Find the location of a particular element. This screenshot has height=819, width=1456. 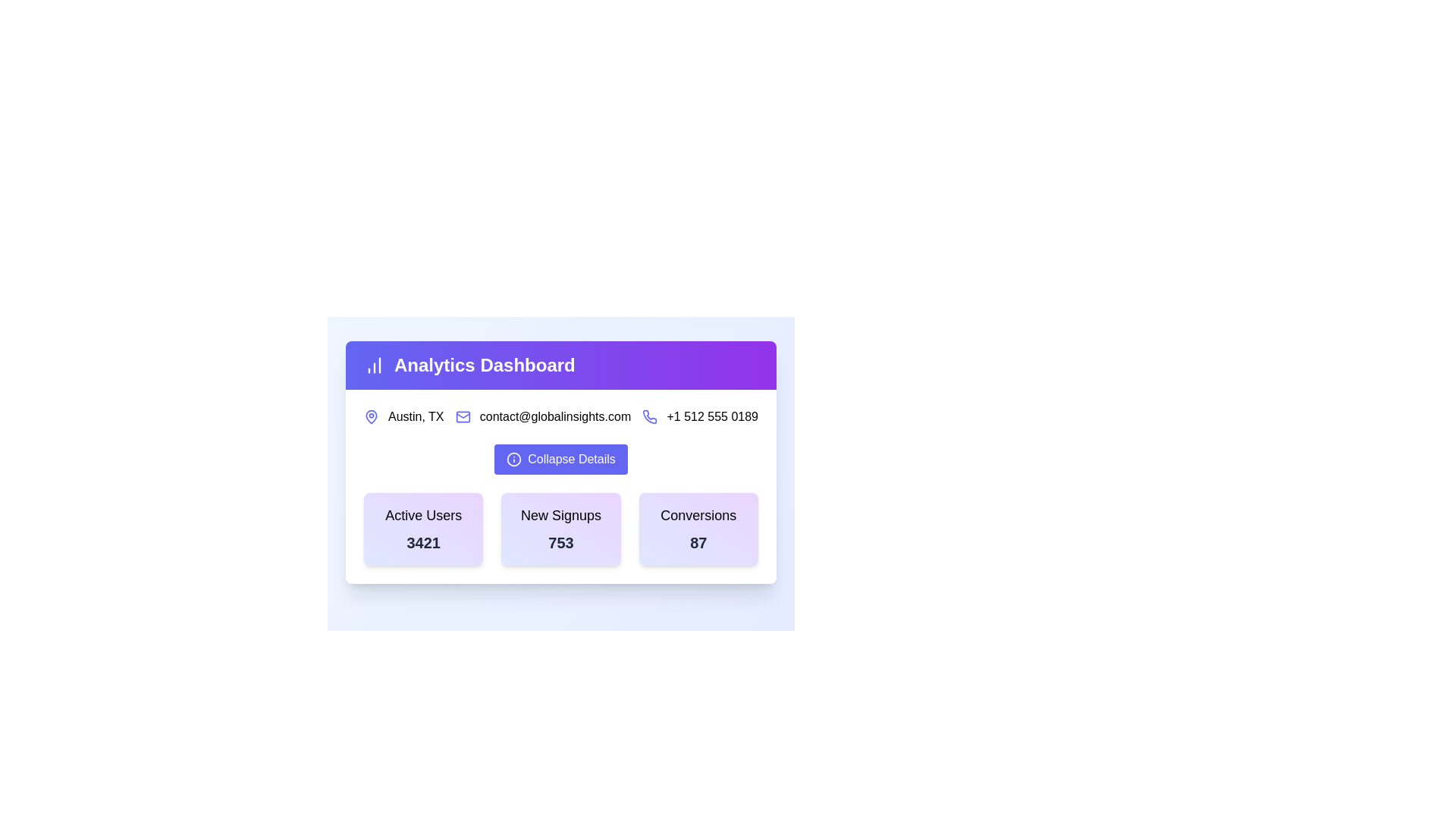

the Text with icon component that features a purple mail icon and an email address, positioned between the 'Austin, TX' label and a phone number is located at coordinates (543, 417).